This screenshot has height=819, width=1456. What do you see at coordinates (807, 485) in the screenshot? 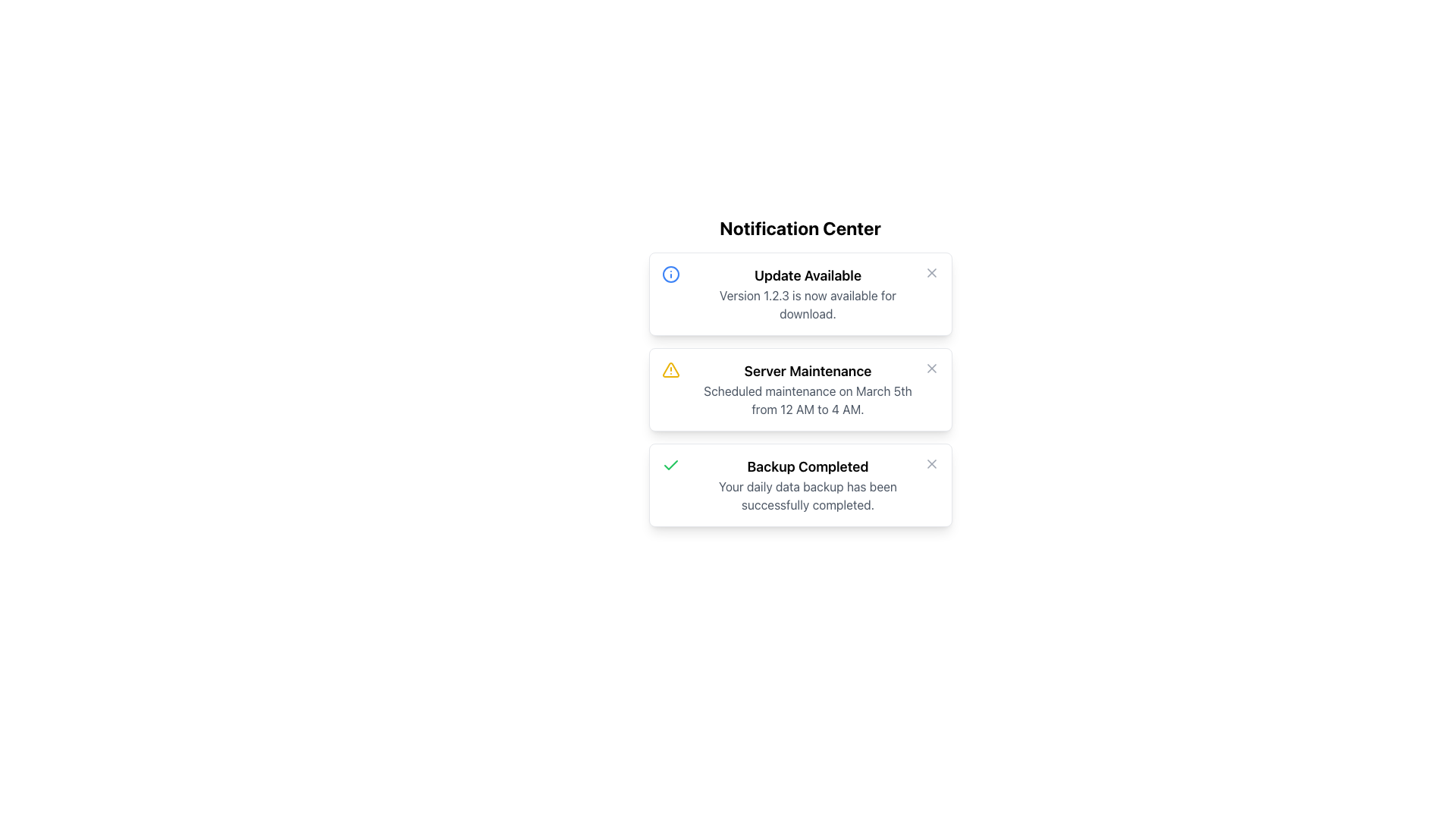
I see `the text block that displays 'Backup Completed' and 'Your daily data backup has been successfully completed.' in the third notification card` at bounding box center [807, 485].